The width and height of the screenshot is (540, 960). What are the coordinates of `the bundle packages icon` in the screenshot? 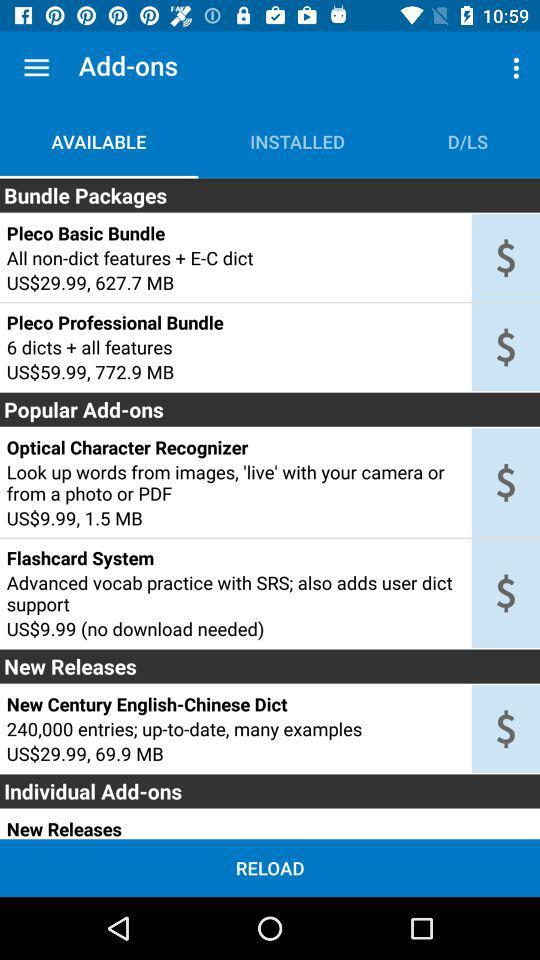 It's located at (270, 195).